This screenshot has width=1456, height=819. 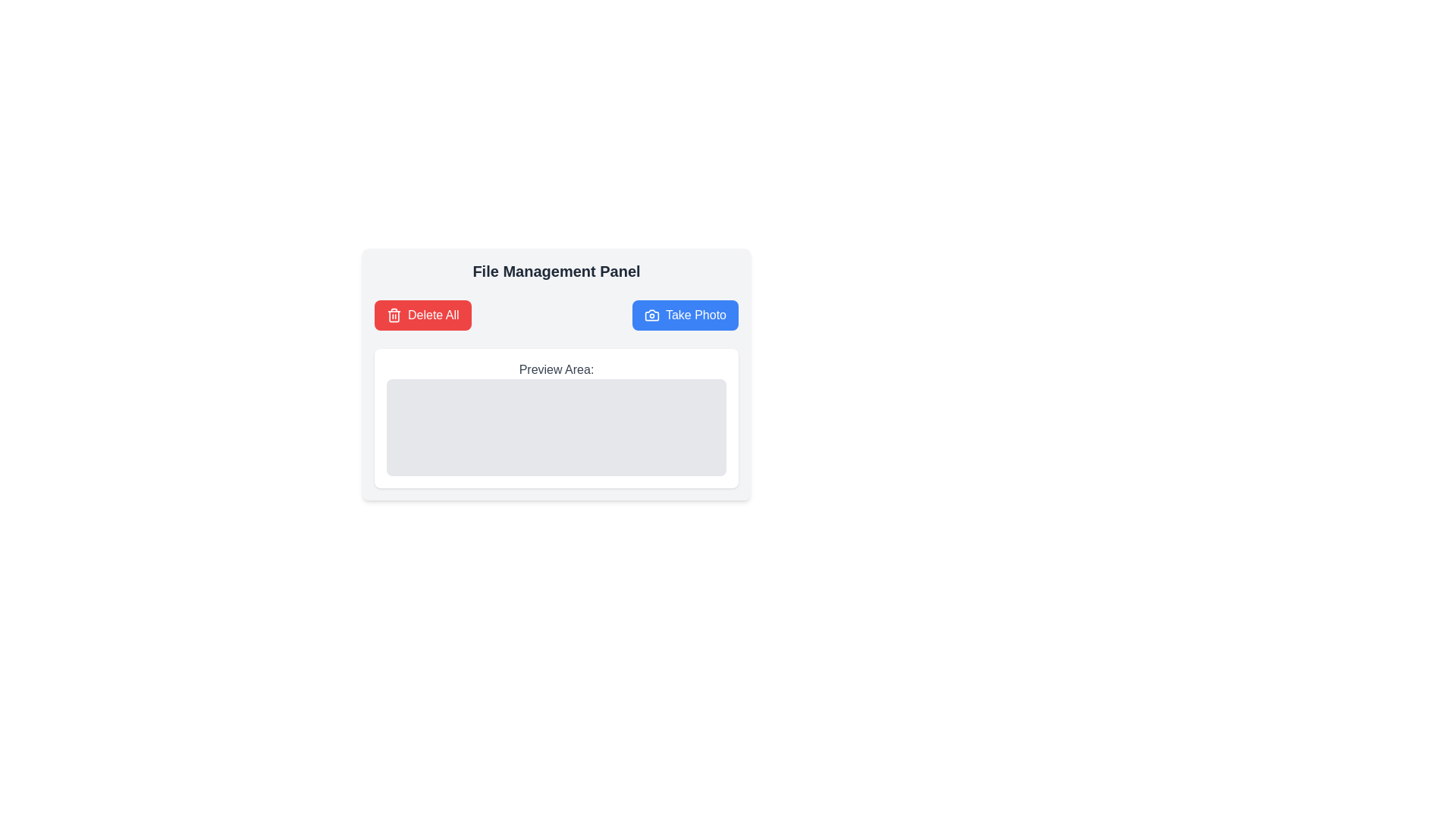 I want to click on the designated display area within the 'File Management Panel', located below the 'Delete All' and 'Take Photo' buttons, which is labeled 'Preview Area:', so click(x=556, y=427).